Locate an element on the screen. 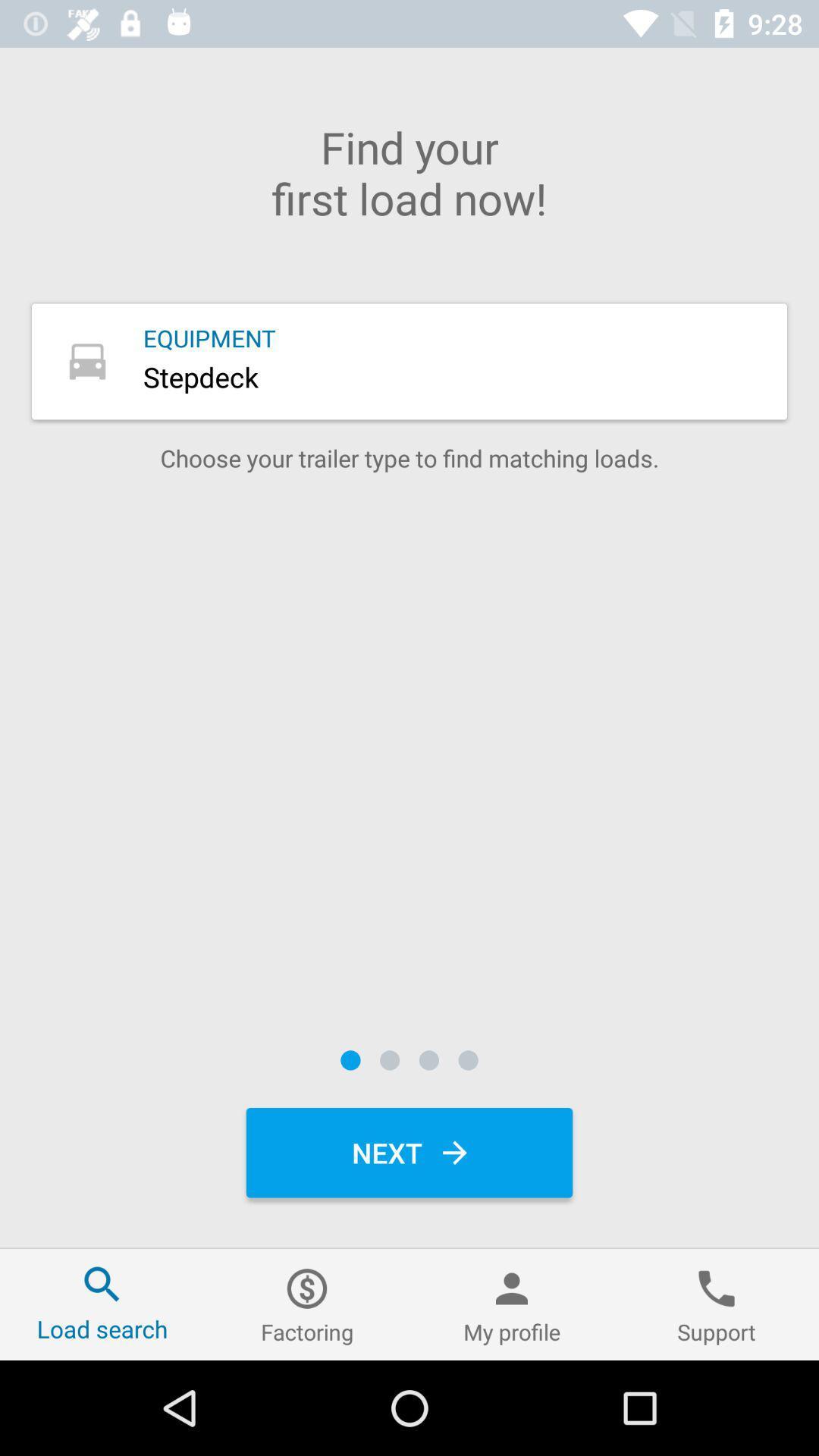 This screenshot has height=1456, width=819. the next is located at coordinates (409, 1153).